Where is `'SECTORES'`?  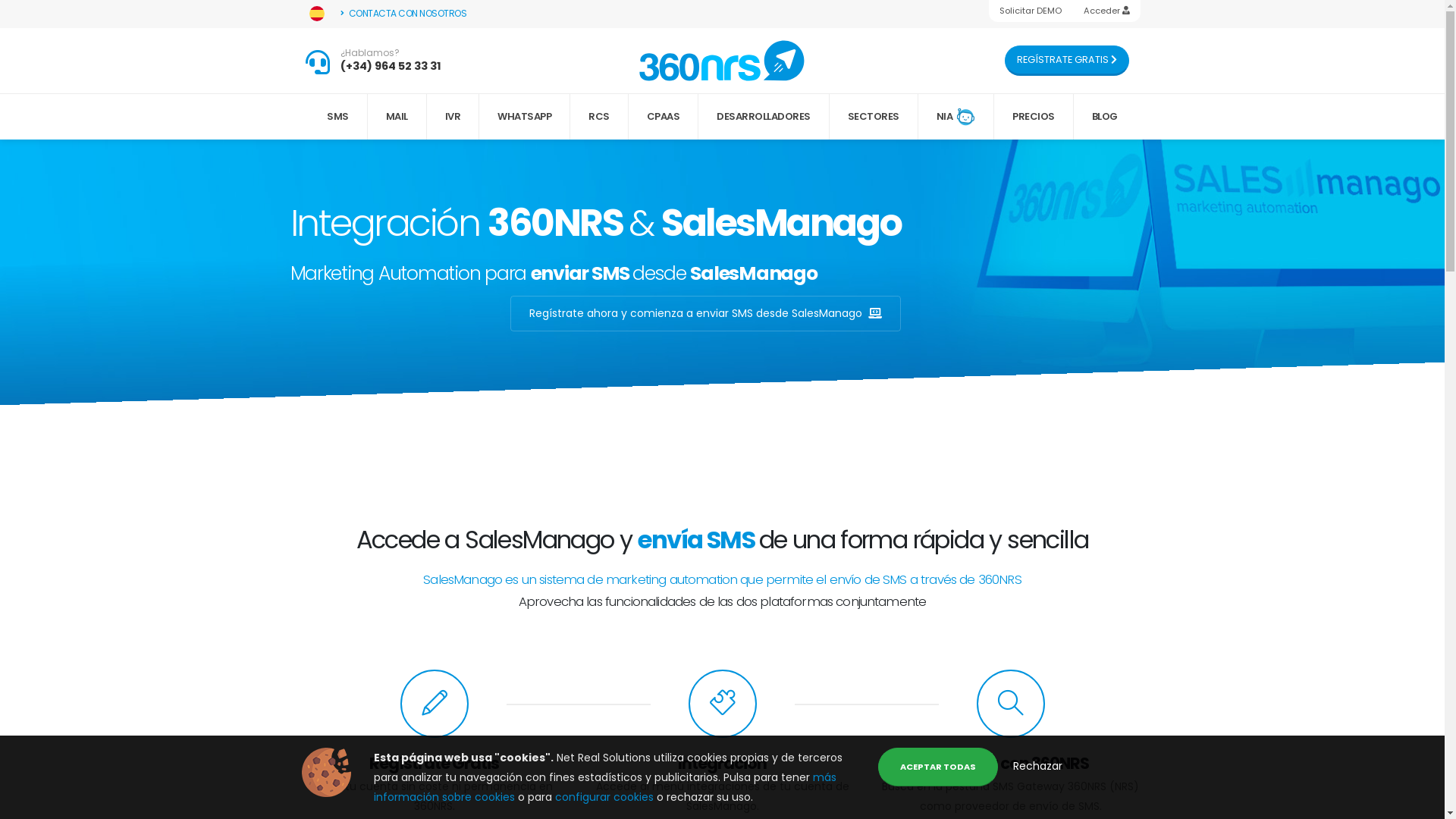 'SECTORES' is located at coordinates (874, 116).